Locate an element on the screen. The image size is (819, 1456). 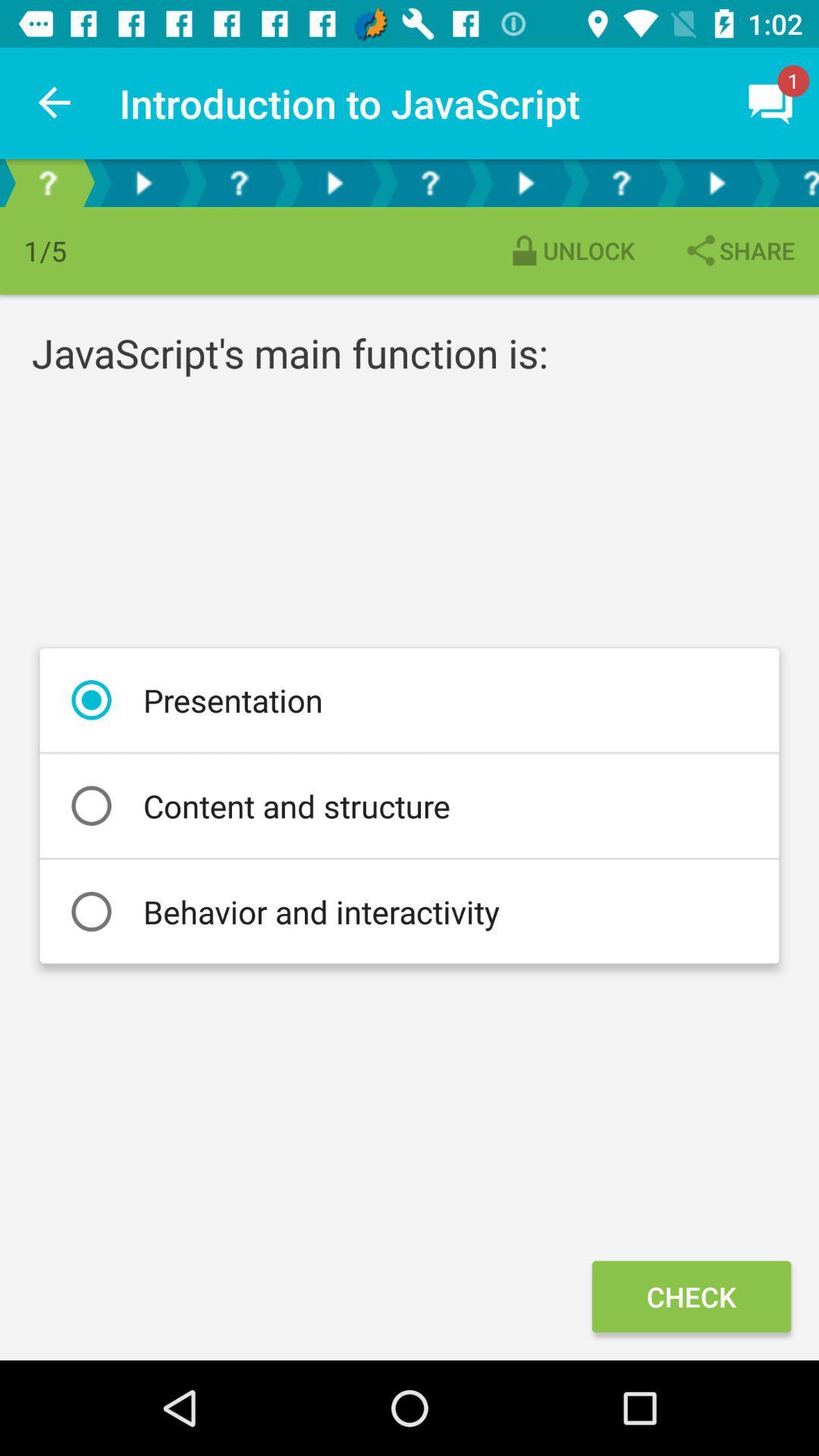
the help icon is located at coordinates (430, 182).